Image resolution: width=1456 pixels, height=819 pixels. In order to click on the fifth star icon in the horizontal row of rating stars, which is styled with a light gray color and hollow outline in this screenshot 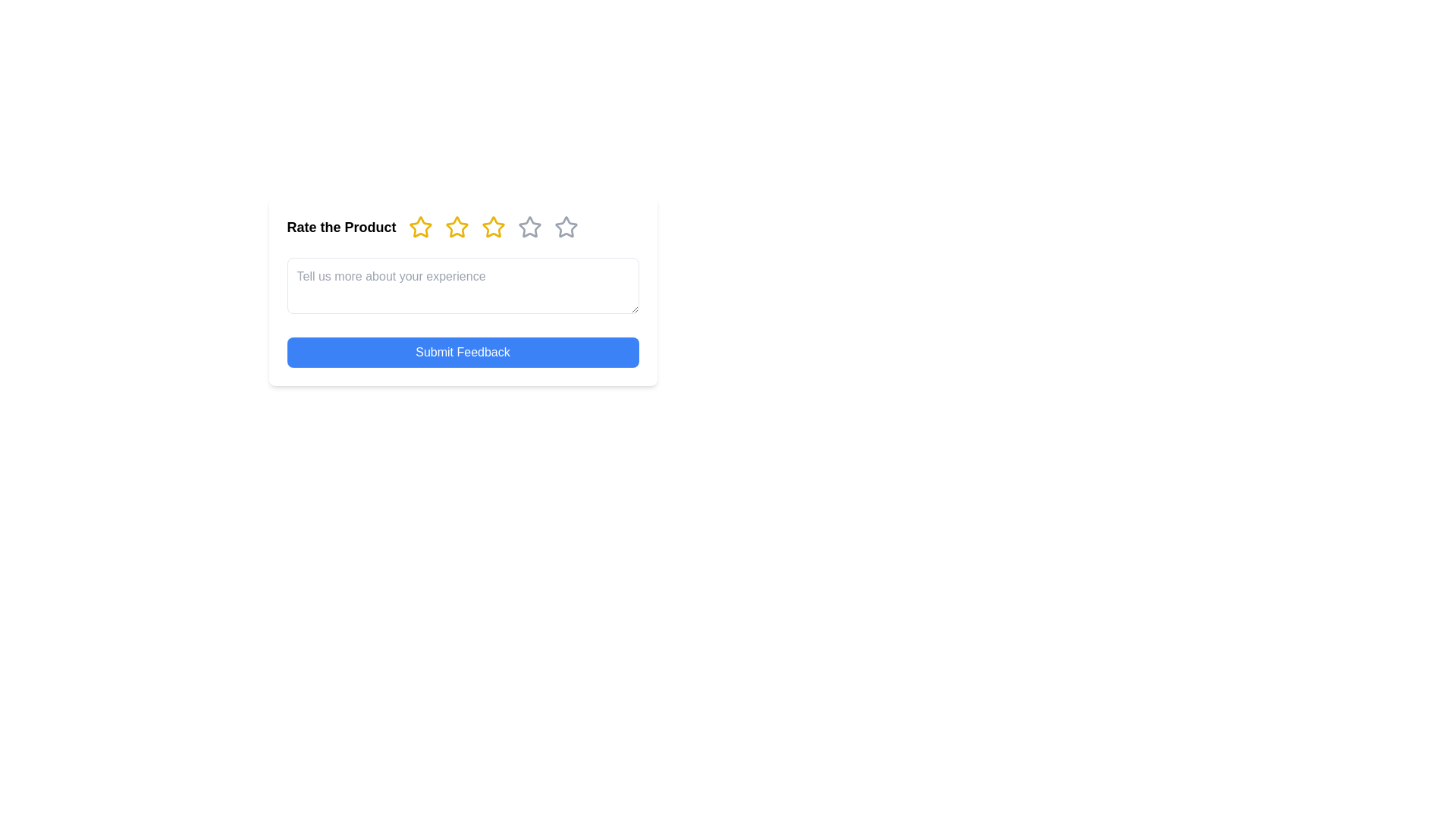, I will do `click(565, 227)`.